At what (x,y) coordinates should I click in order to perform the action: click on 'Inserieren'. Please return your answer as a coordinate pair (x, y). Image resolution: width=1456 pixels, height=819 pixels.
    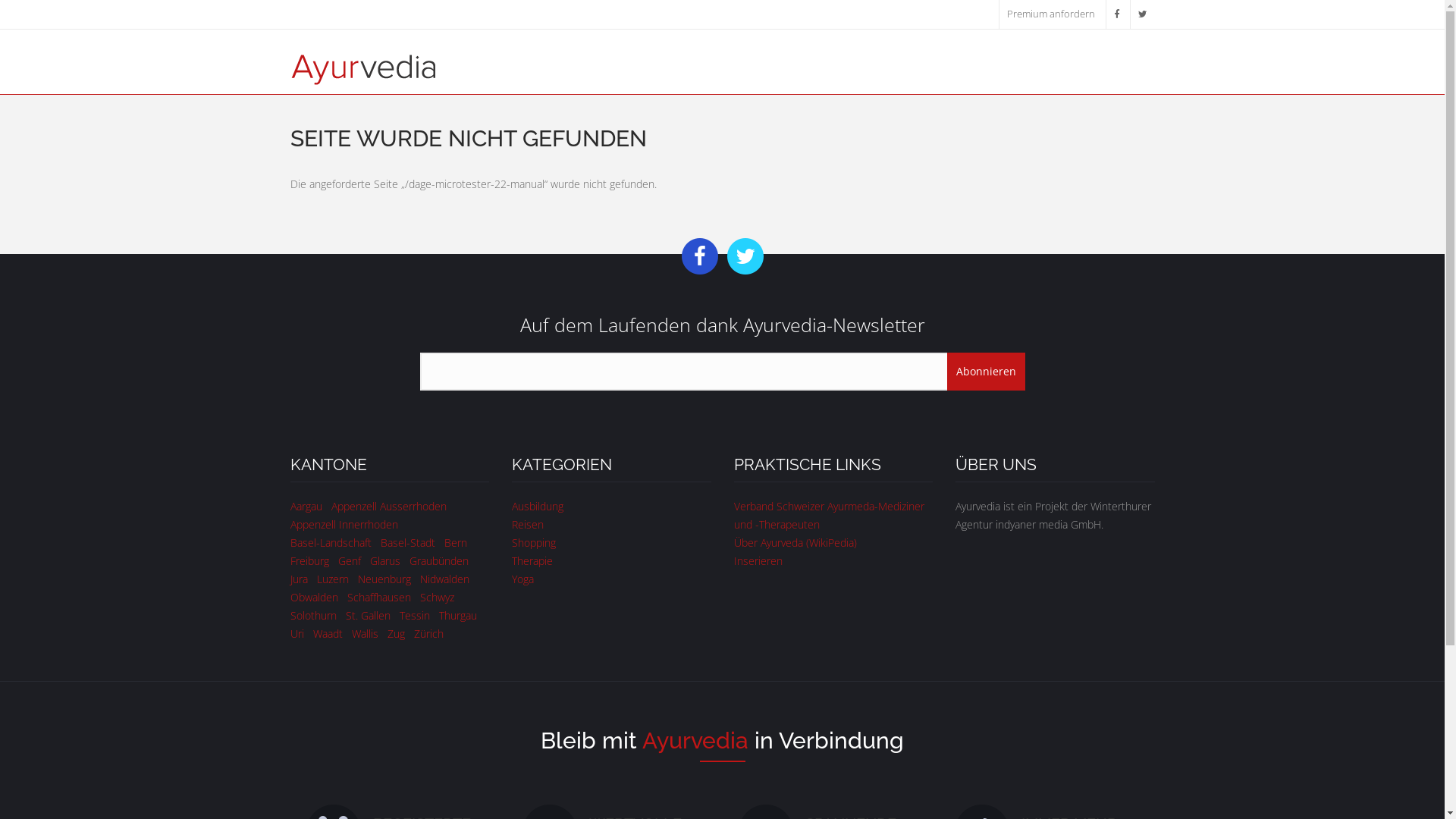
    Looking at the image, I should click on (734, 560).